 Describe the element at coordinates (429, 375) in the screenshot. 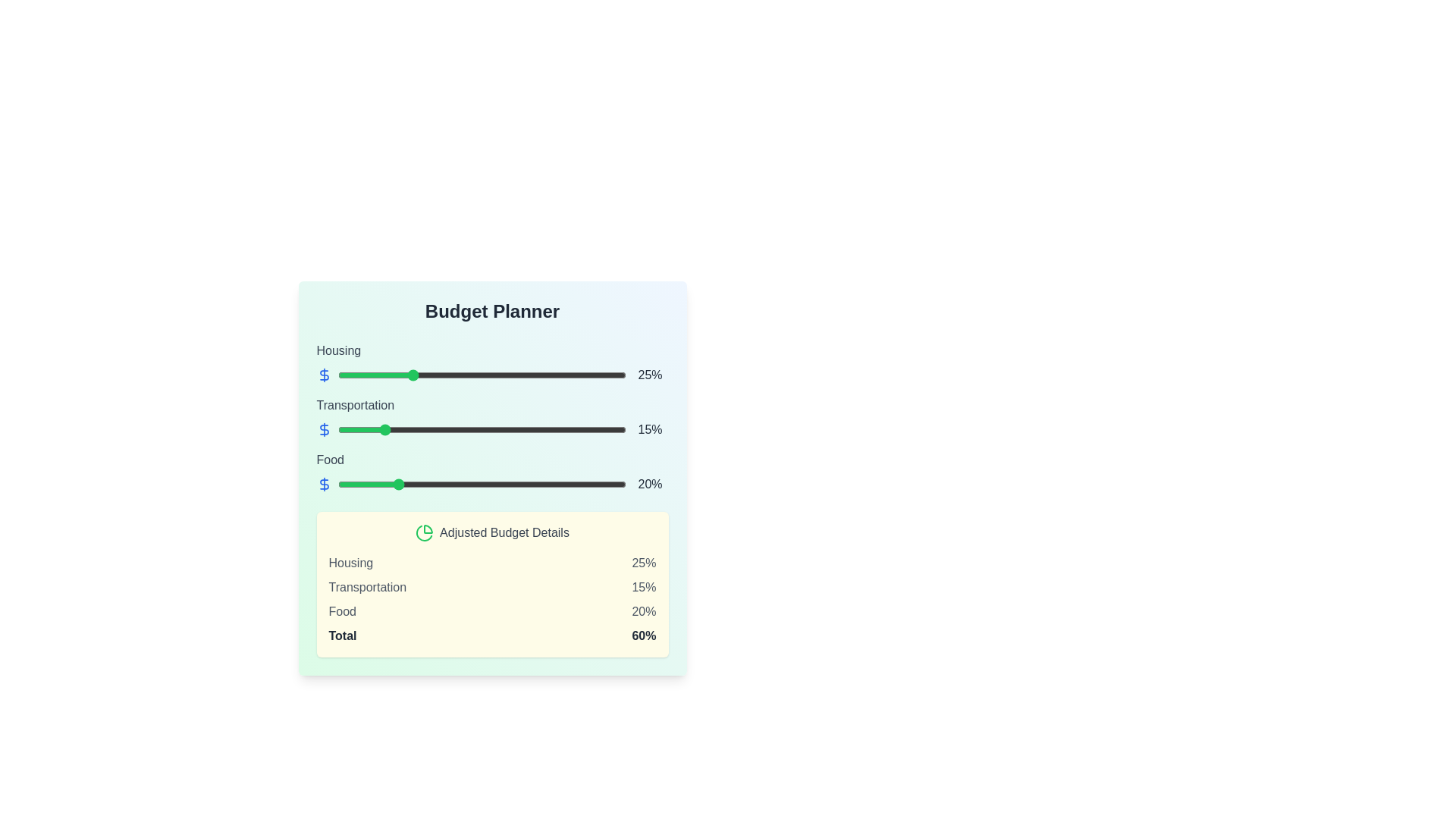

I see `the housing budget percentage` at that location.